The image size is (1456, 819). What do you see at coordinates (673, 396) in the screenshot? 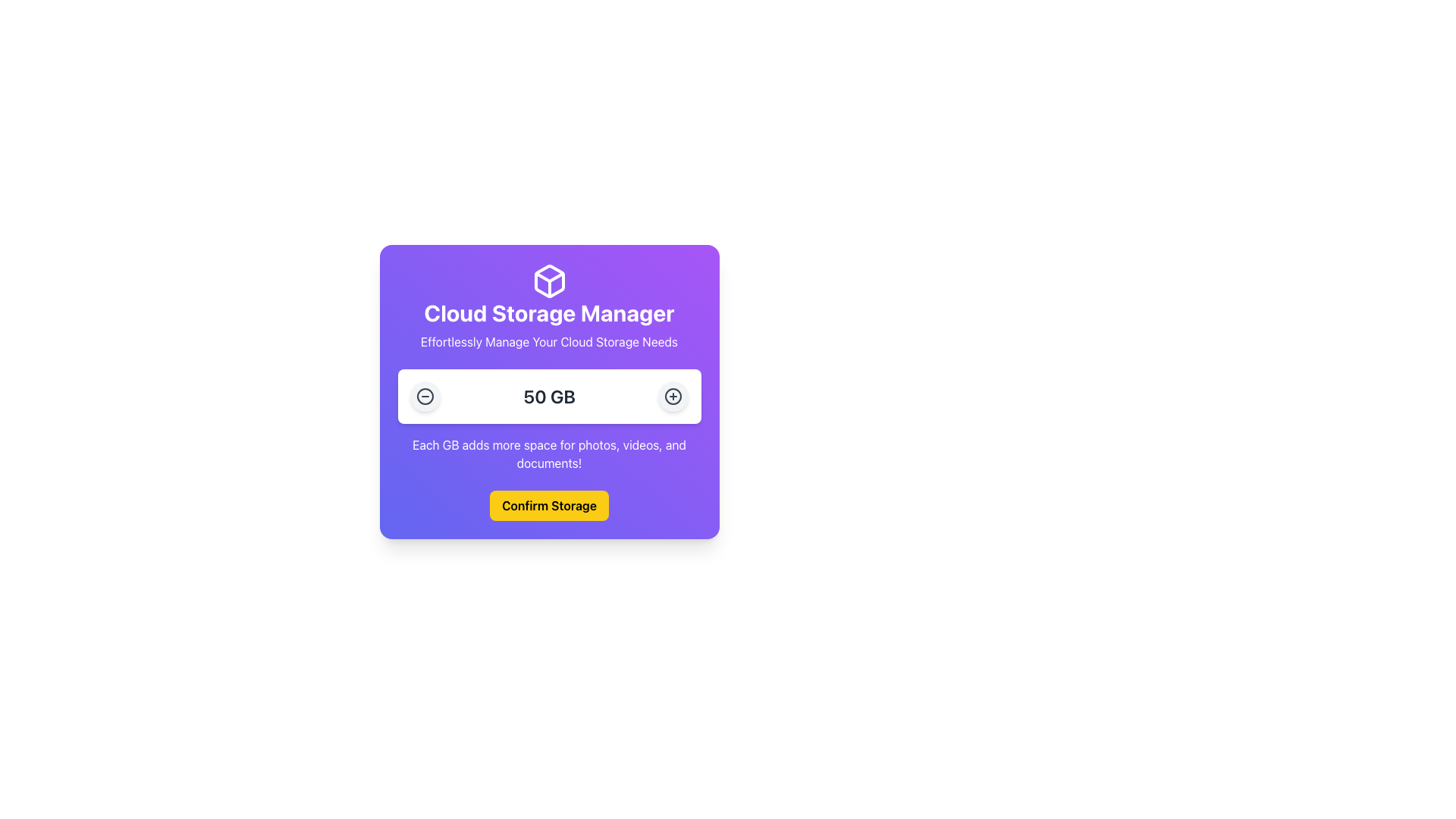
I see `the circular gray button with a plus icon, located on the far right side of the layout next to the 50 GB text` at bounding box center [673, 396].